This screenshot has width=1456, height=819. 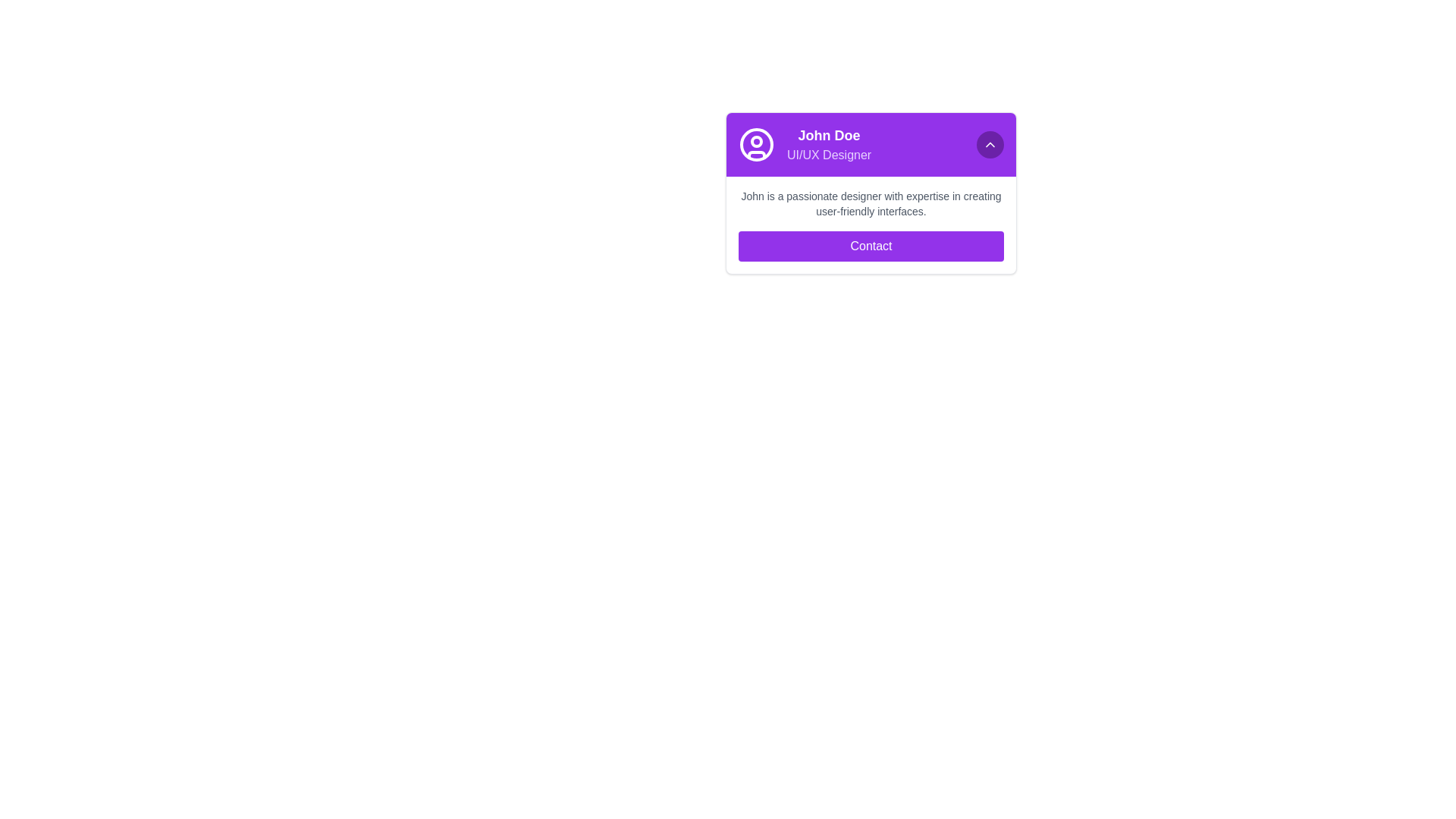 I want to click on the text block that states 'John is a passionate designer with expertise in creating user-friendly interfaces.' positioned prominently below the heading 'John Doe' and above the 'Contact' button, so click(x=871, y=203).